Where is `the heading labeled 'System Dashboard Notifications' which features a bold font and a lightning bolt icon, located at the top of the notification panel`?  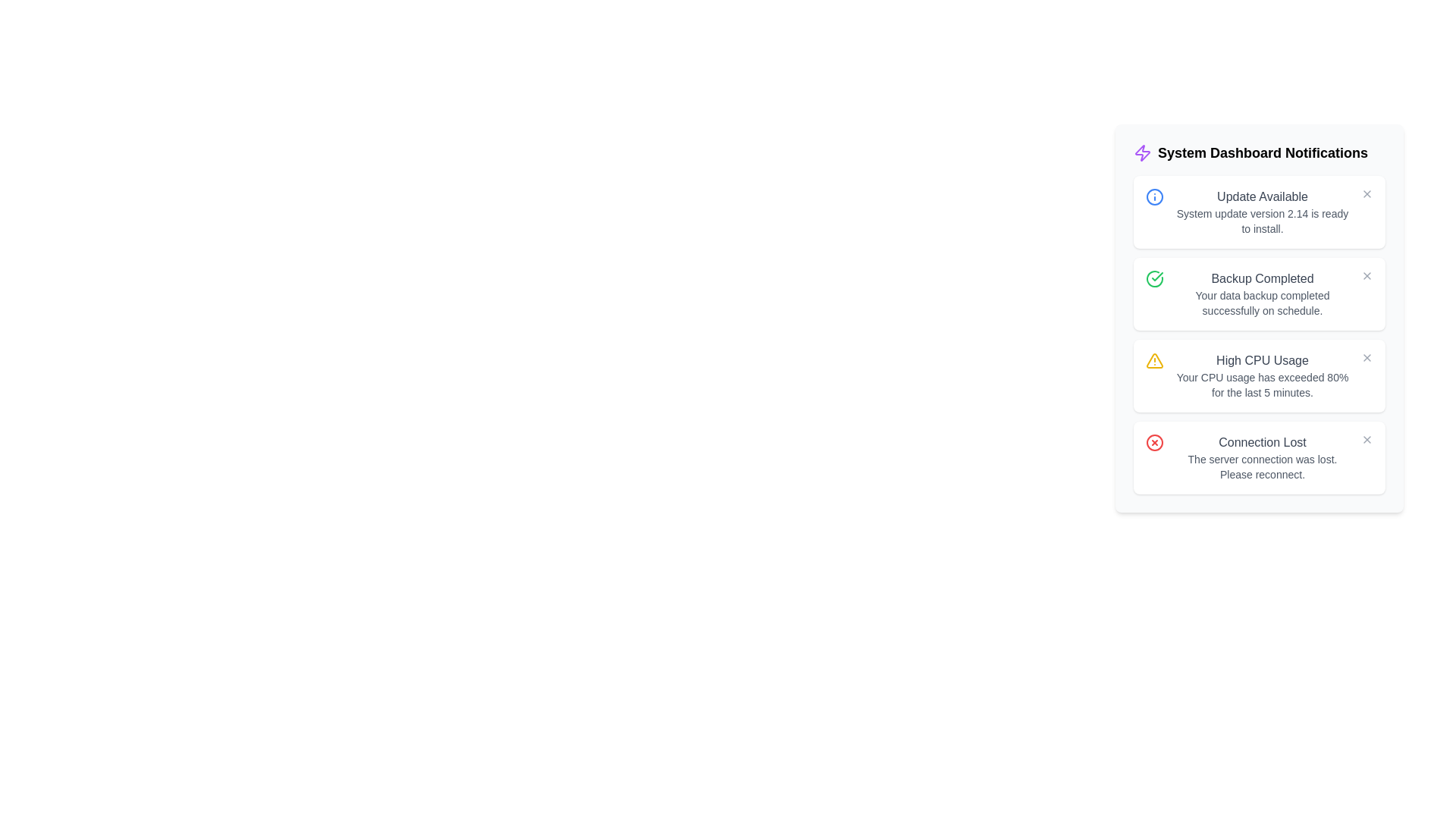 the heading labeled 'System Dashboard Notifications' which features a bold font and a lightning bolt icon, located at the top of the notification panel is located at coordinates (1259, 152).